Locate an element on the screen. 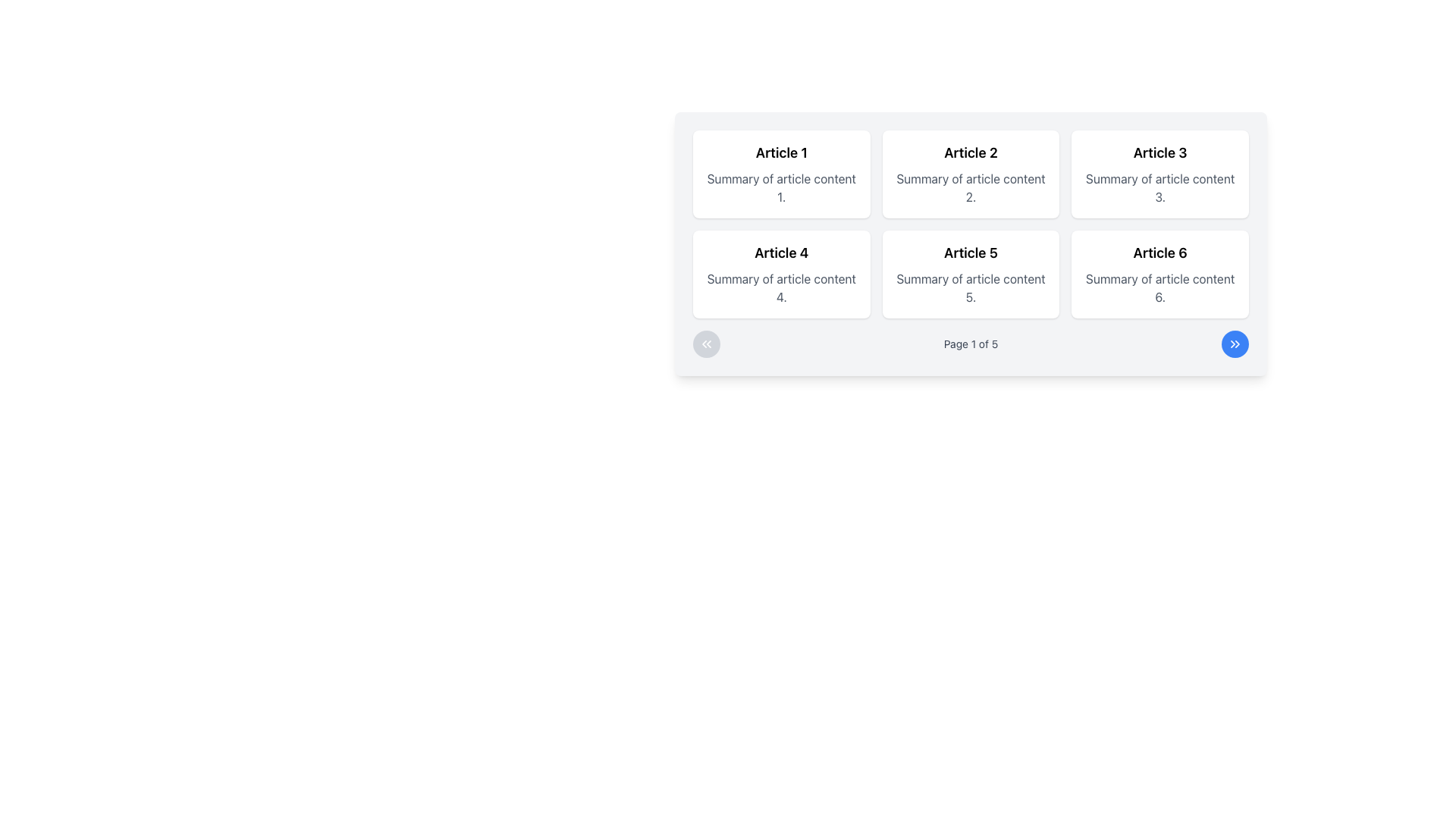 The image size is (1456, 819). the article summary card located in the second row, first column of the grid layout is located at coordinates (781, 275).